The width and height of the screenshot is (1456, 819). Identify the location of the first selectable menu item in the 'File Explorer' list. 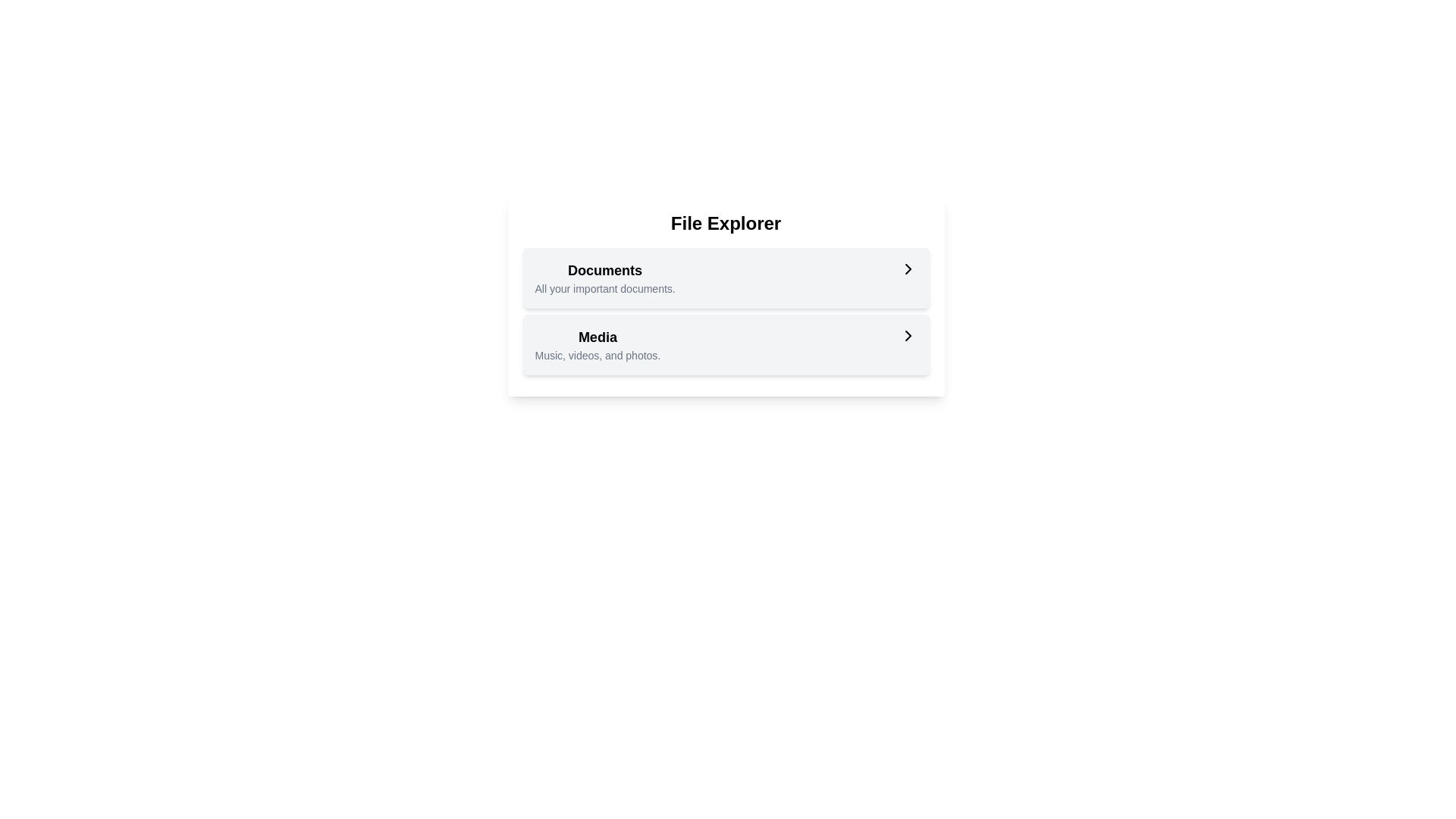
(604, 278).